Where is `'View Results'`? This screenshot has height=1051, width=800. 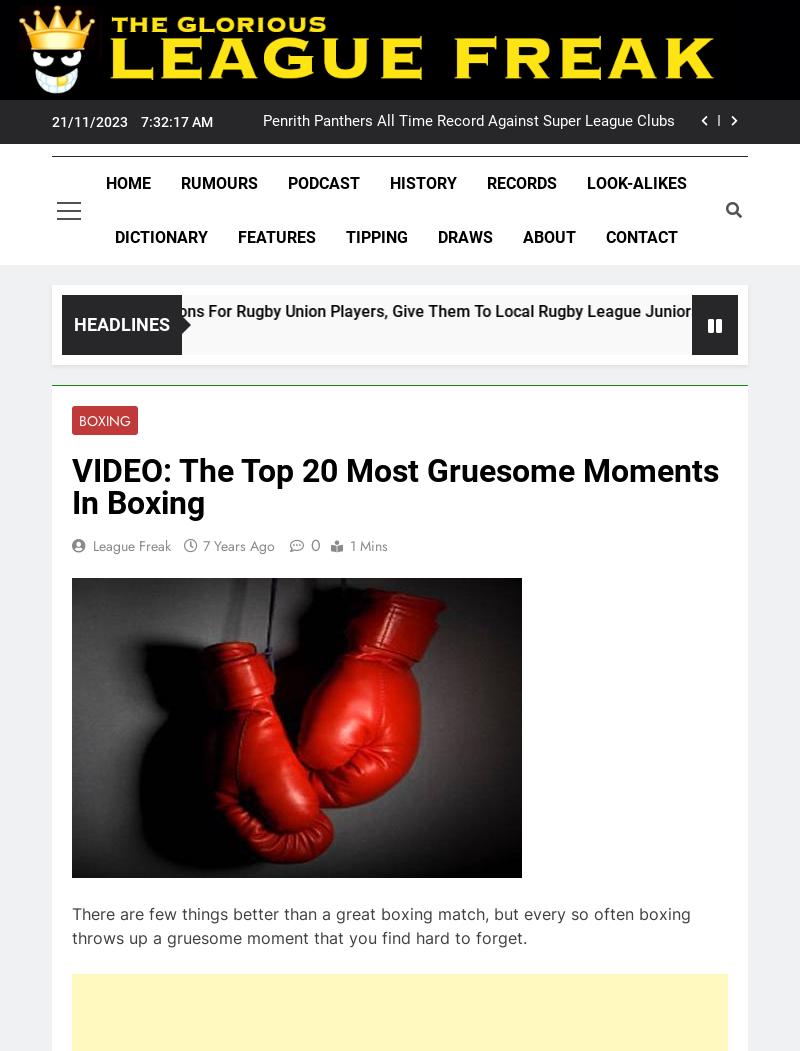 'View Results' is located at coordinates (400, 930).